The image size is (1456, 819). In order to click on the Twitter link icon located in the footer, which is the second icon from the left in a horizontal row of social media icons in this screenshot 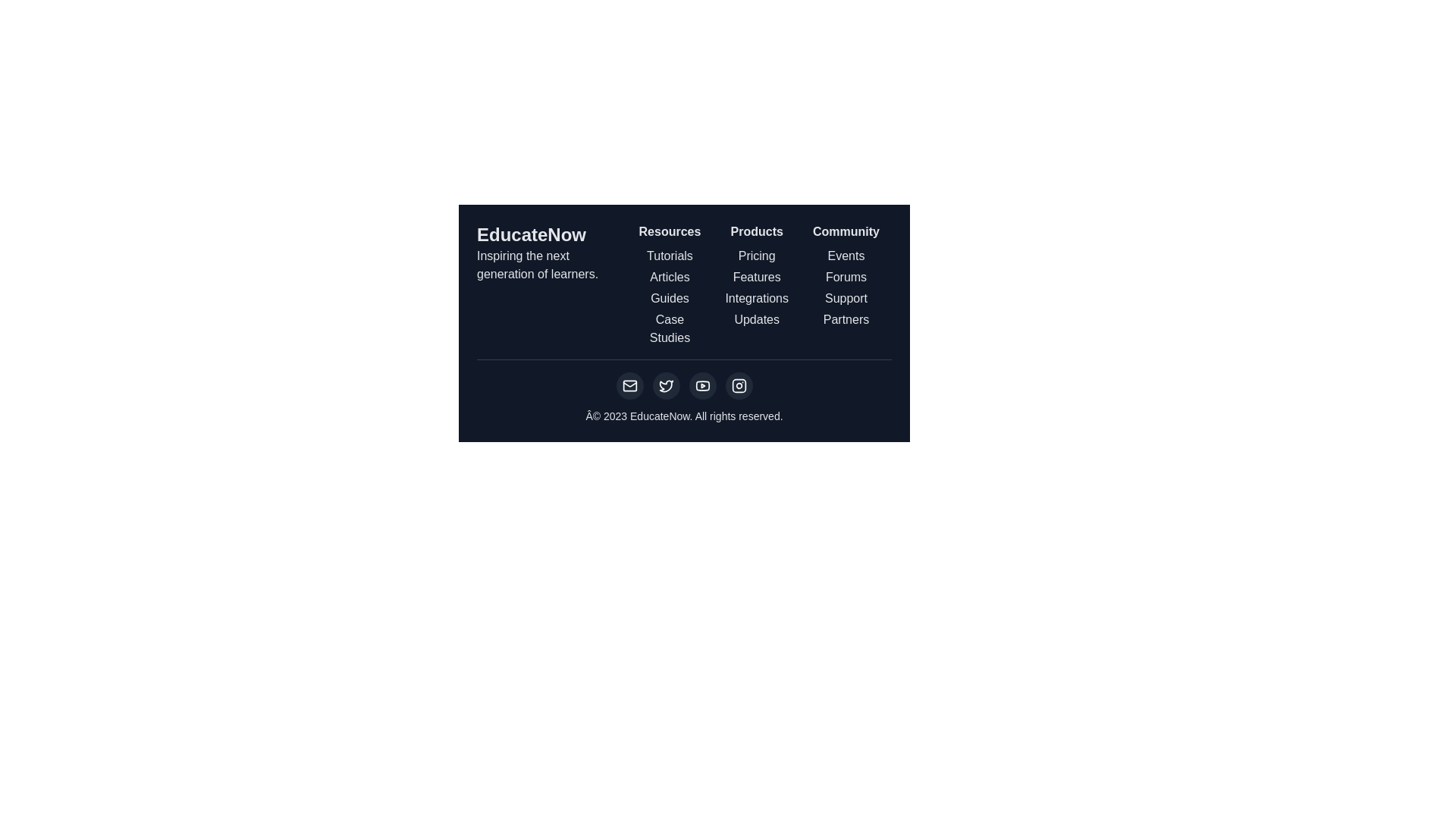, I will do `click(666, 385)`.